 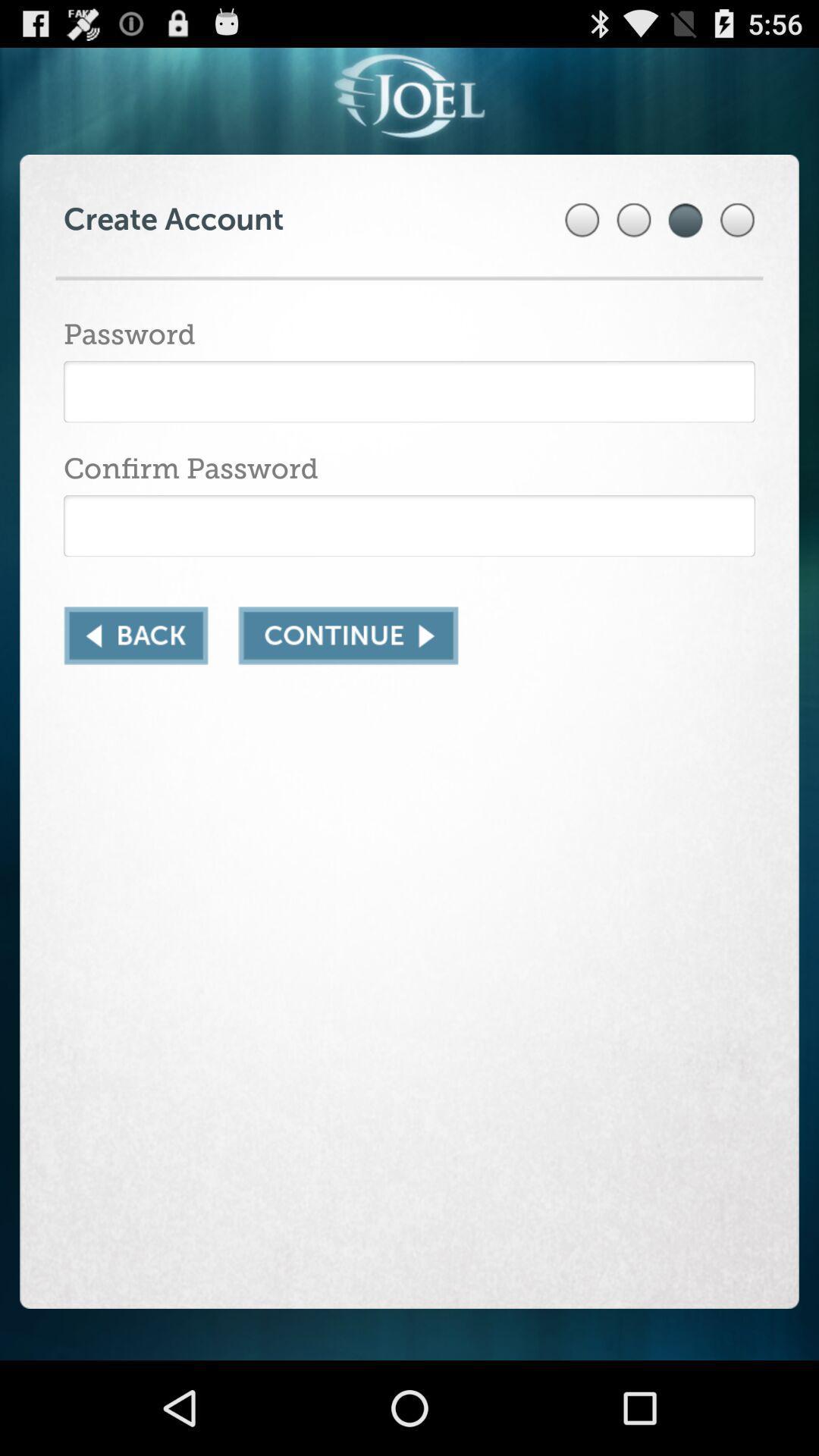 What do you see at coordinates (409, 526) in the screenshot?
I see `insert password` at bounding box center [409, 526].